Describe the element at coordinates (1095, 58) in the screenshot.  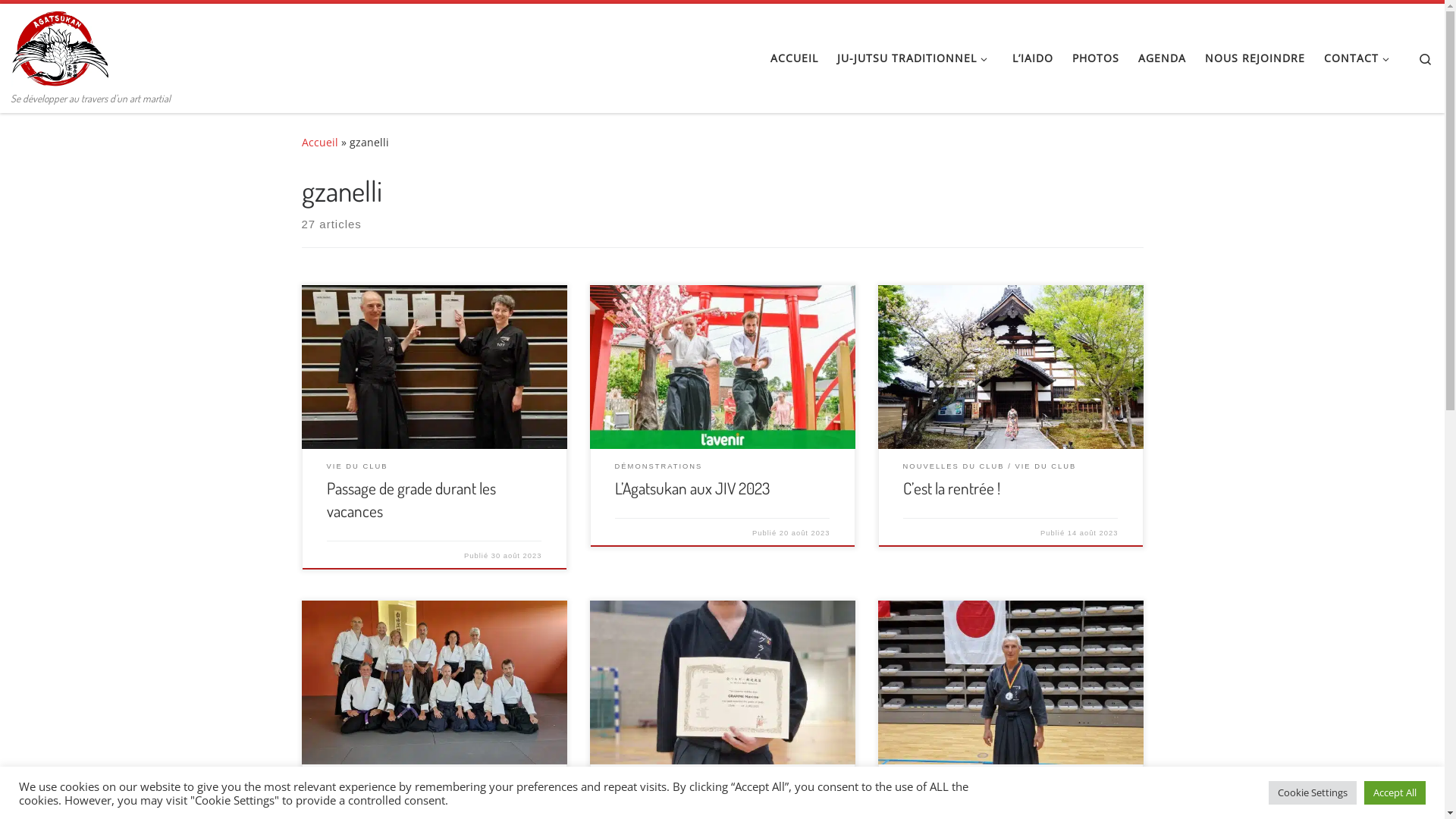
I see `'PHOTOS'` at that location.